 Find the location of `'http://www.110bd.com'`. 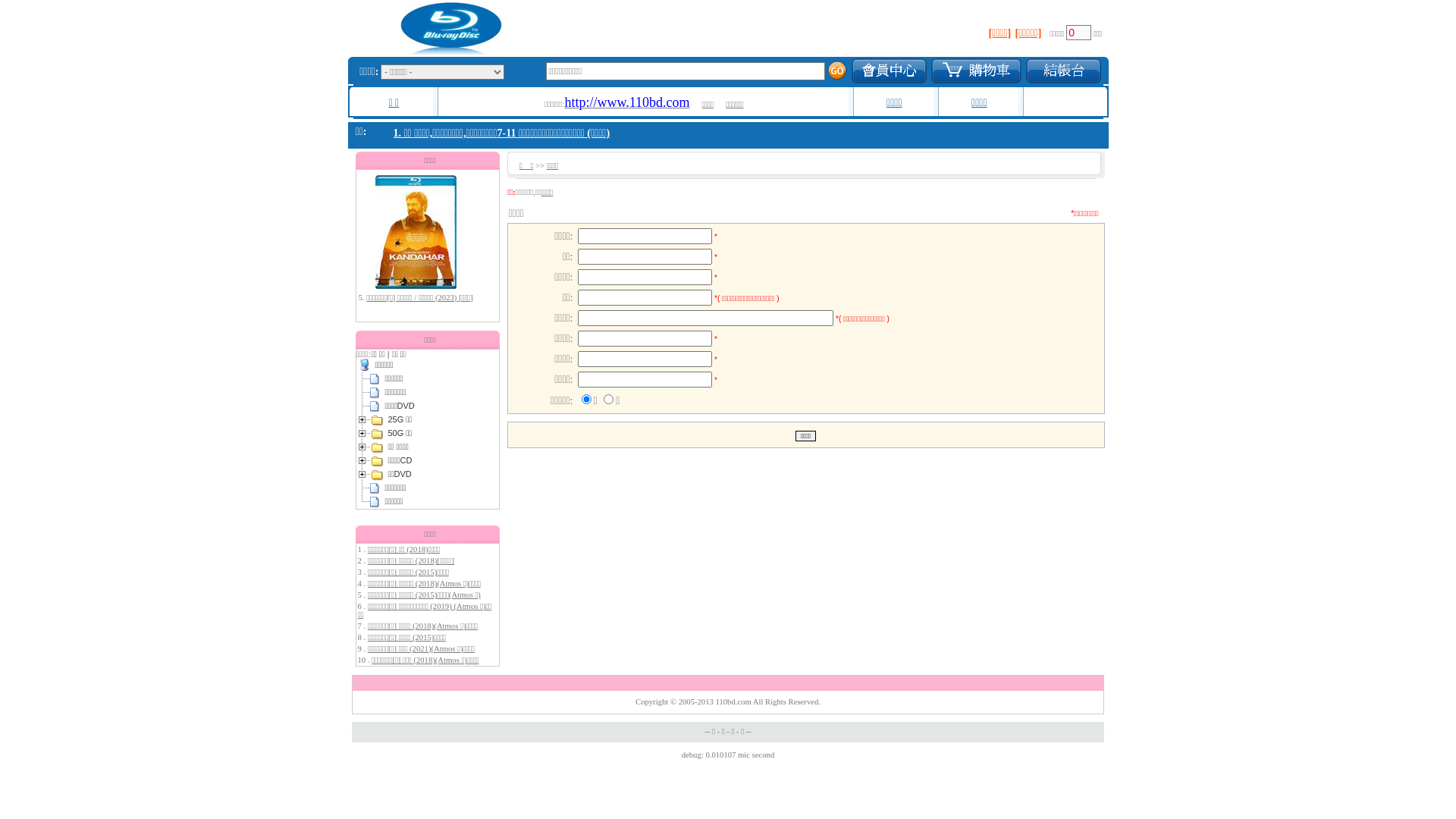

'http://www.110bd.com' is located at coordinates (626, 103).